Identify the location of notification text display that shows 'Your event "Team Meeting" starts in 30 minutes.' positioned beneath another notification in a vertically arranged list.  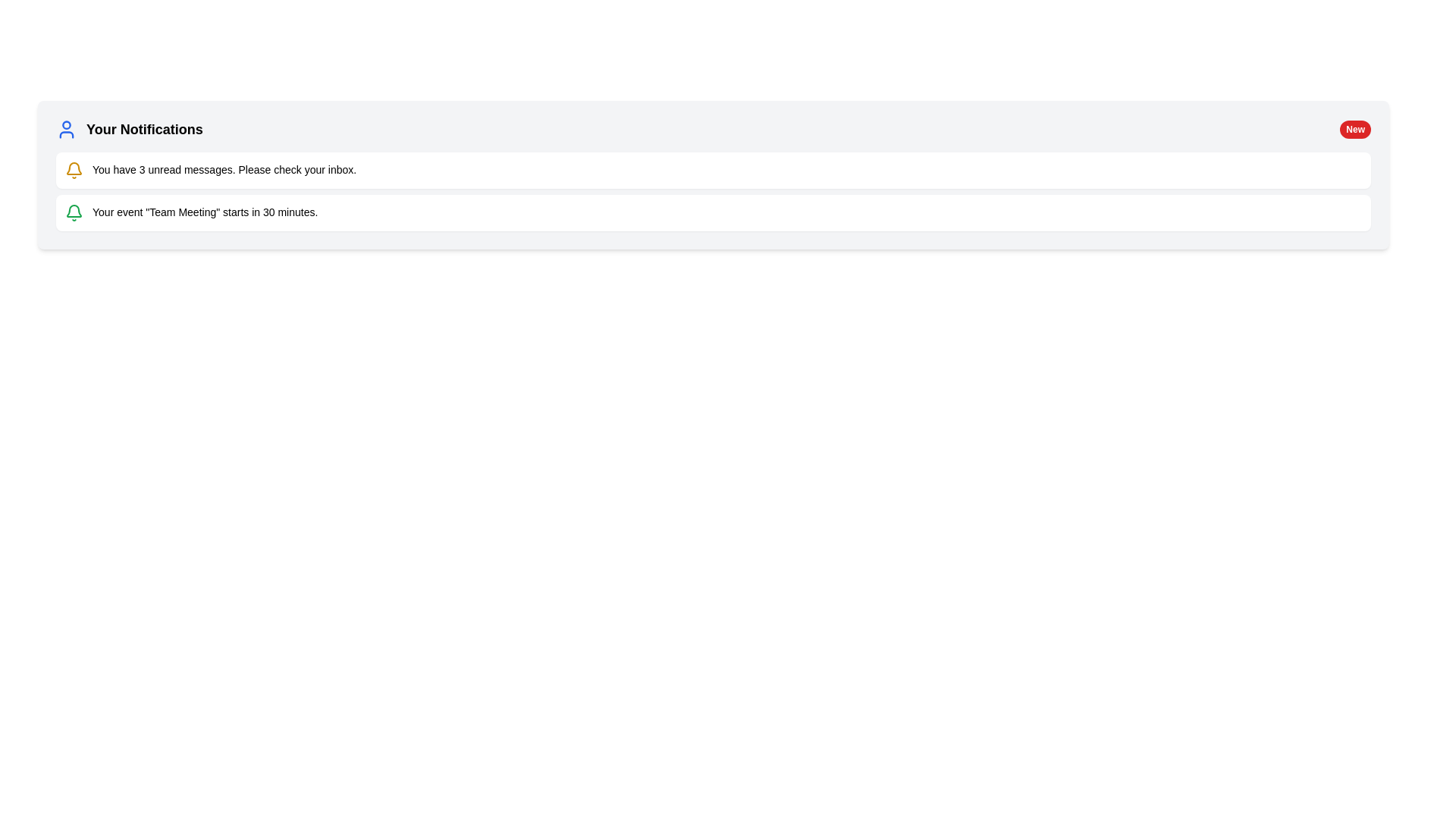
(204, 213).